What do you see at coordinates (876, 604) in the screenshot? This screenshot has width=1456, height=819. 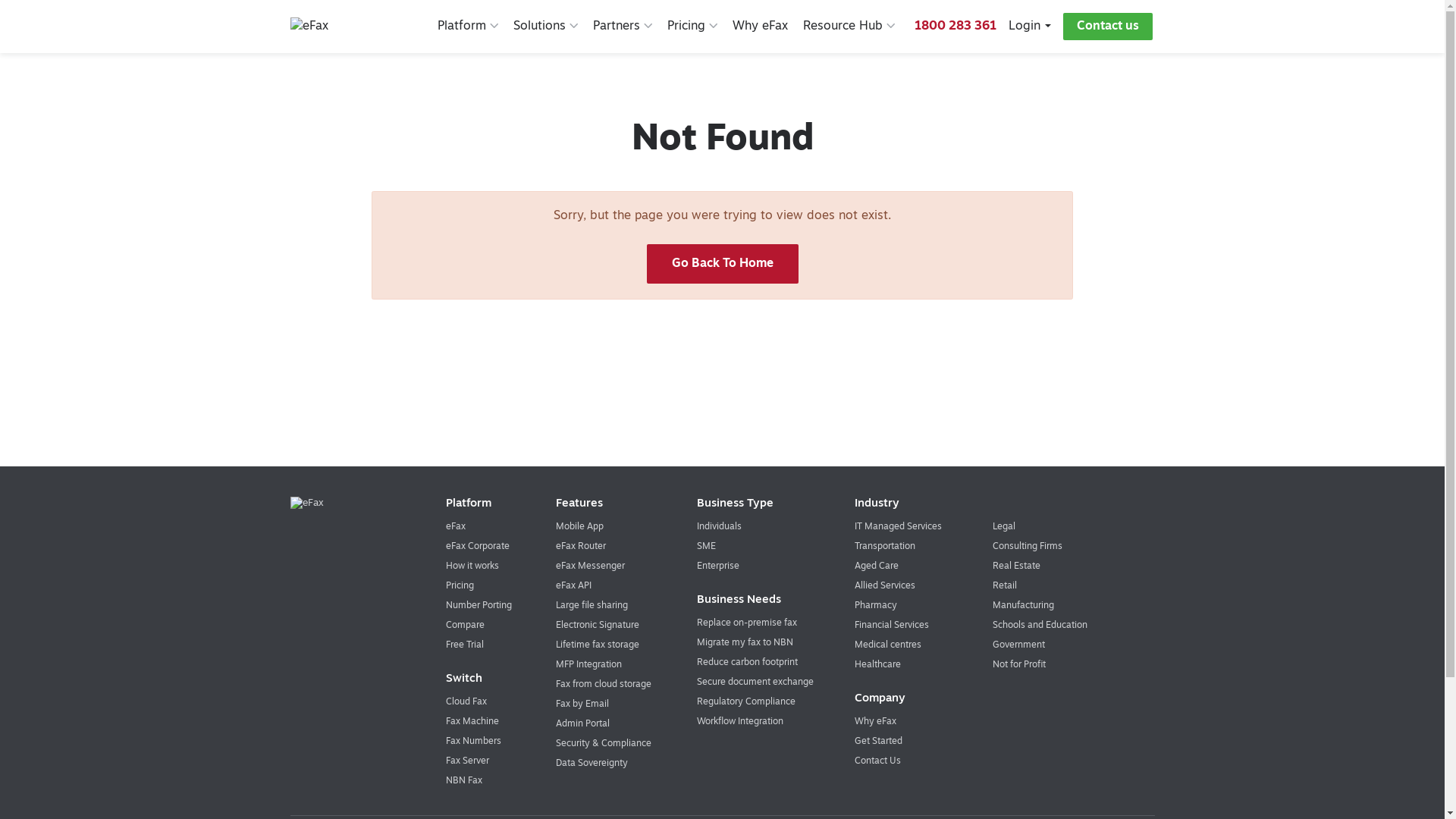 I see `'Pharmacy'` at bounding box center [876, 604].